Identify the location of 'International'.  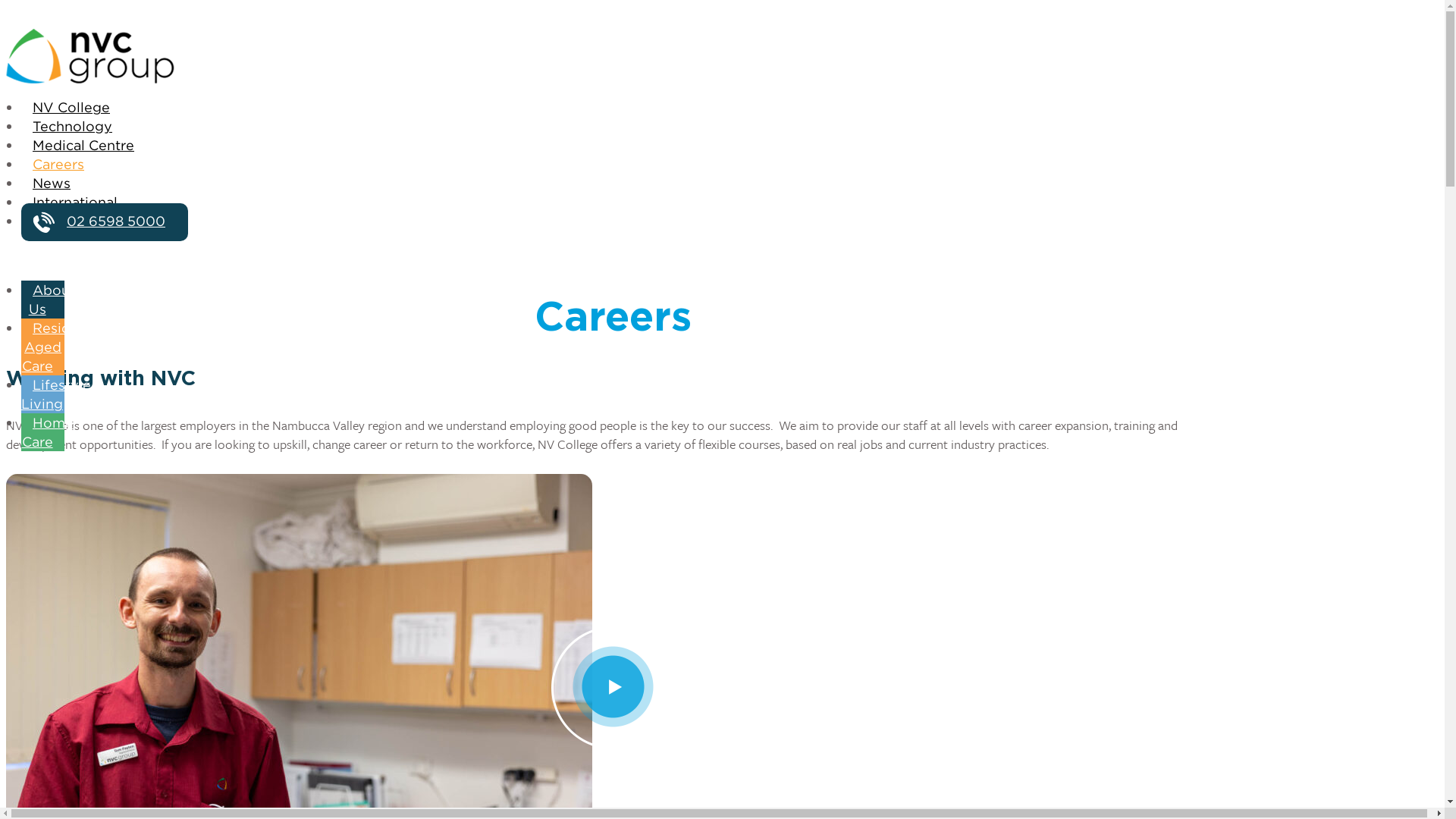
(21, 202).